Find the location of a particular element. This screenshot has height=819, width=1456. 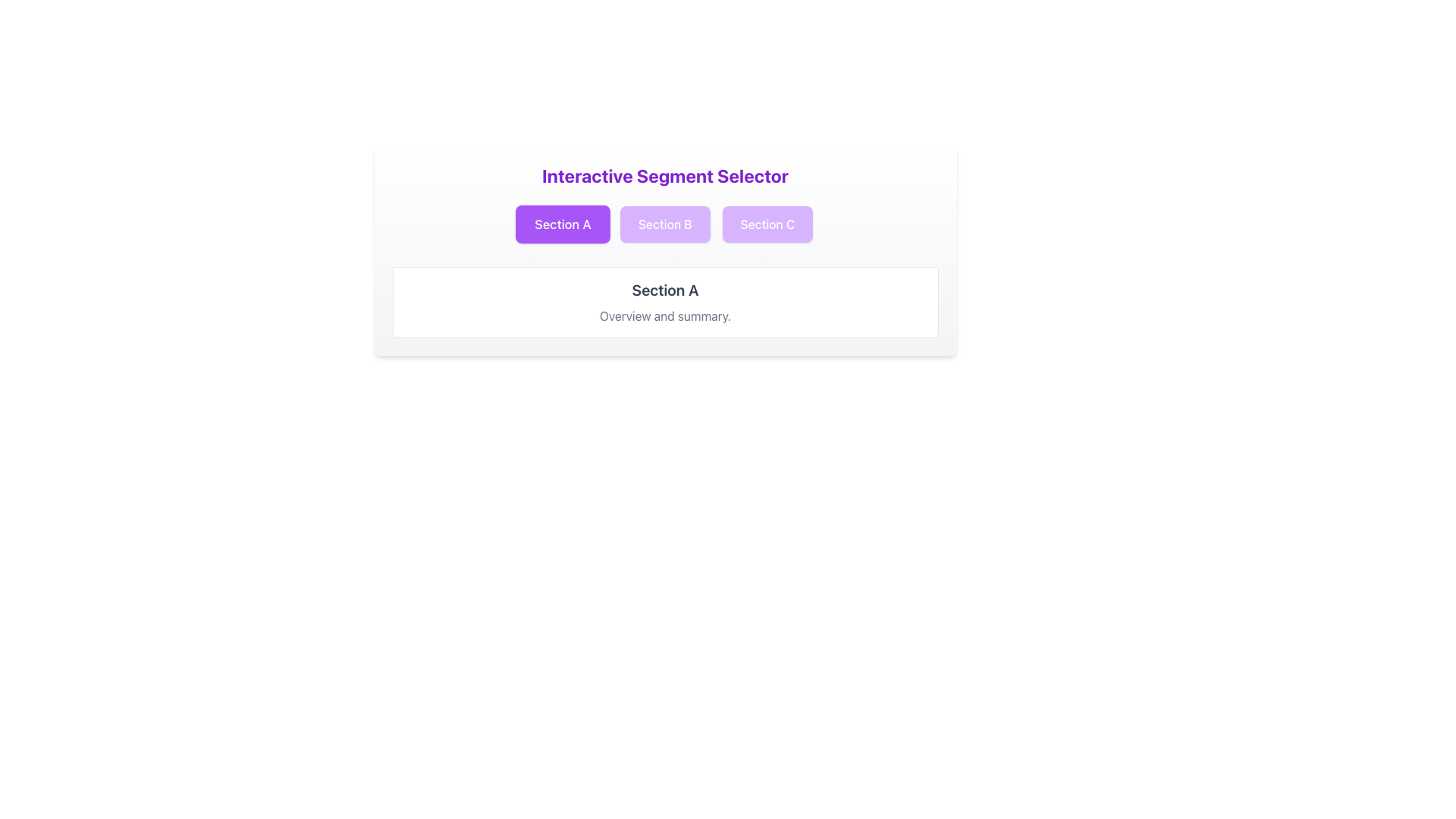

the 'Section A' button, which is the first among three buttons labeled 'Section A', 'Section B', and 'Section C' is located at coordinates (562, 224).